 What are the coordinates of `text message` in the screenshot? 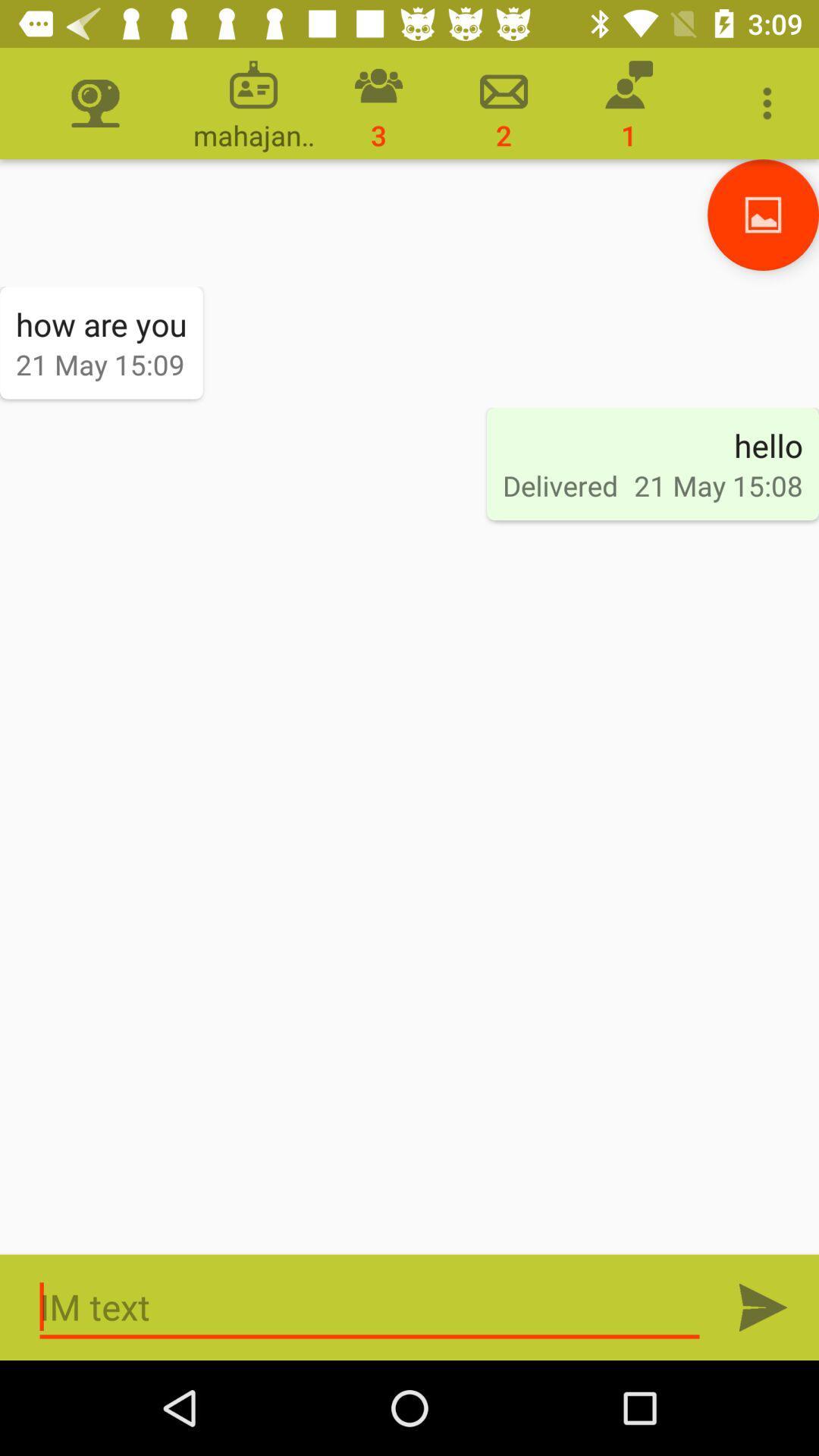 It's located at (369, 1307).